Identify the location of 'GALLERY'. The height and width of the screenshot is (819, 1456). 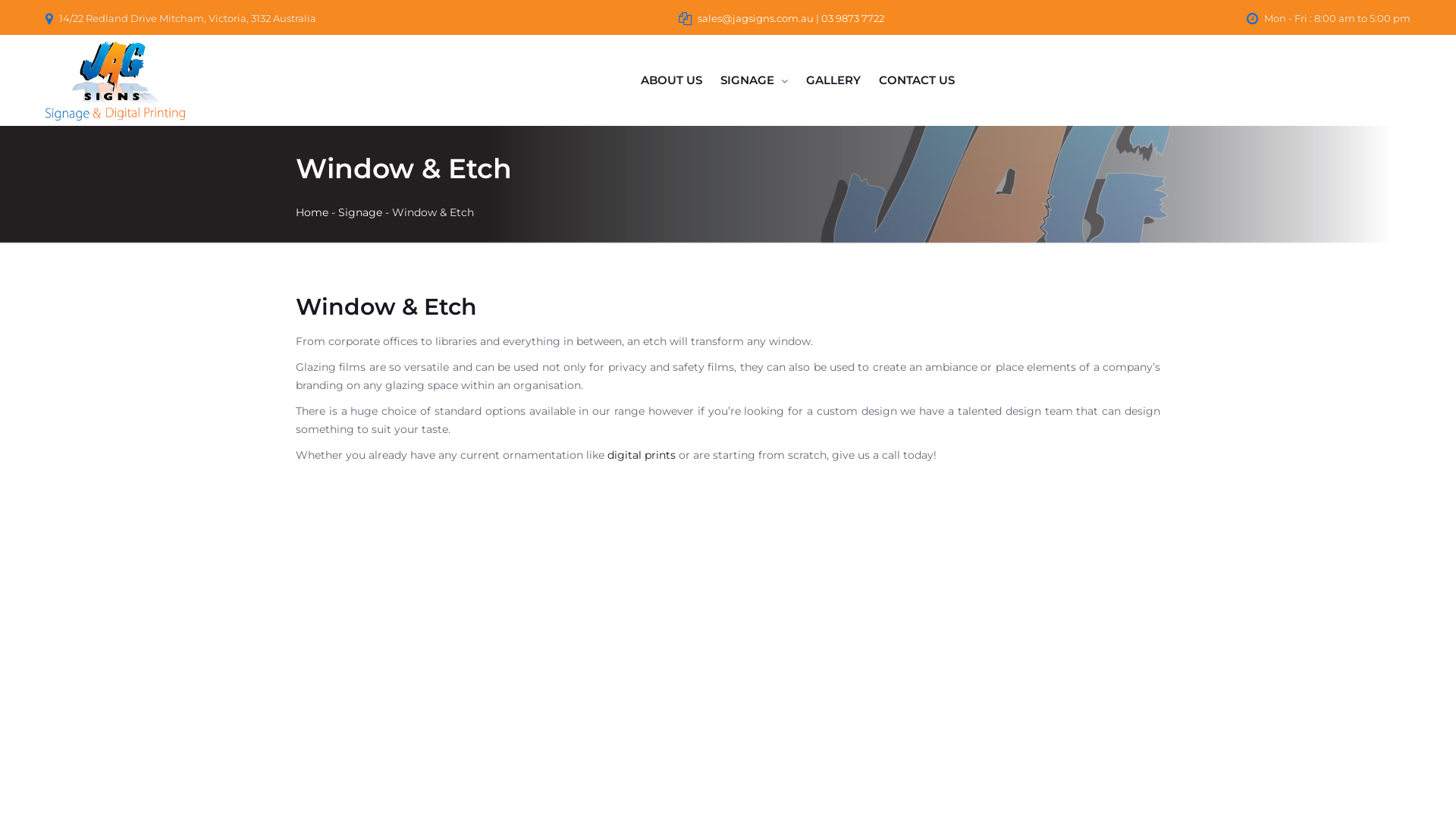
(833, 80).